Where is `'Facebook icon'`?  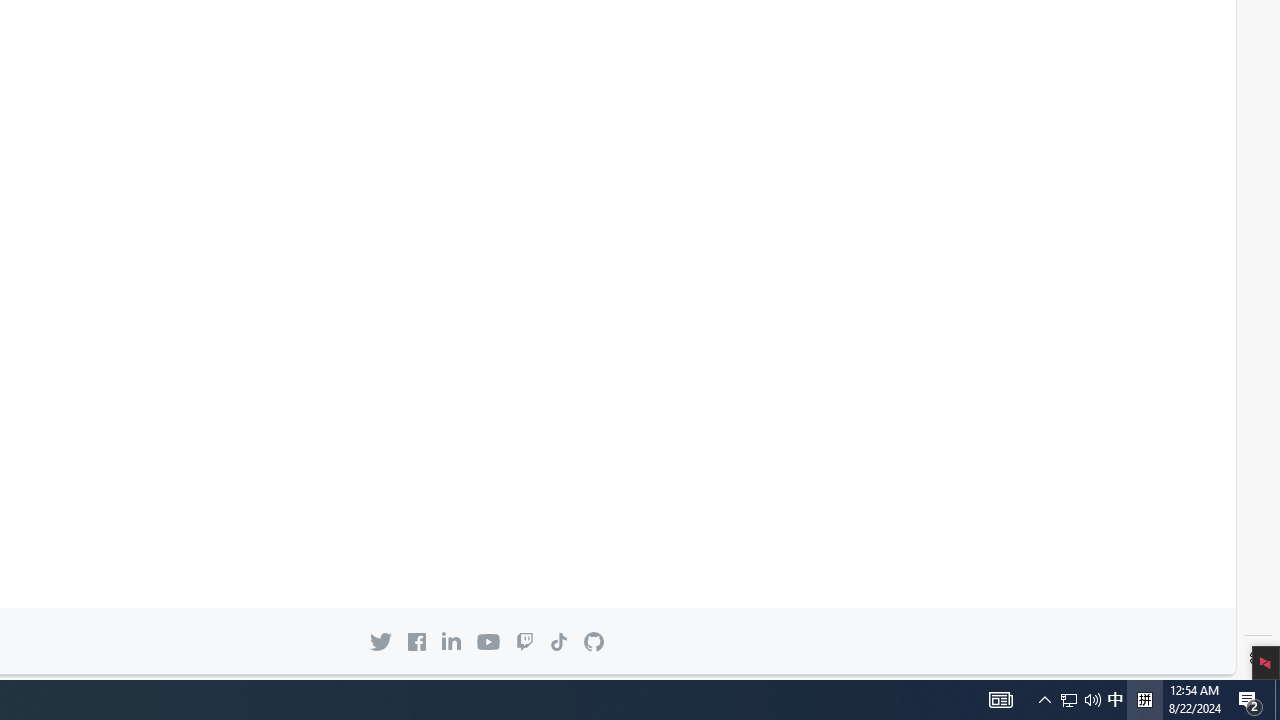
'Facebook icon' is located at coordinates (416, 641).